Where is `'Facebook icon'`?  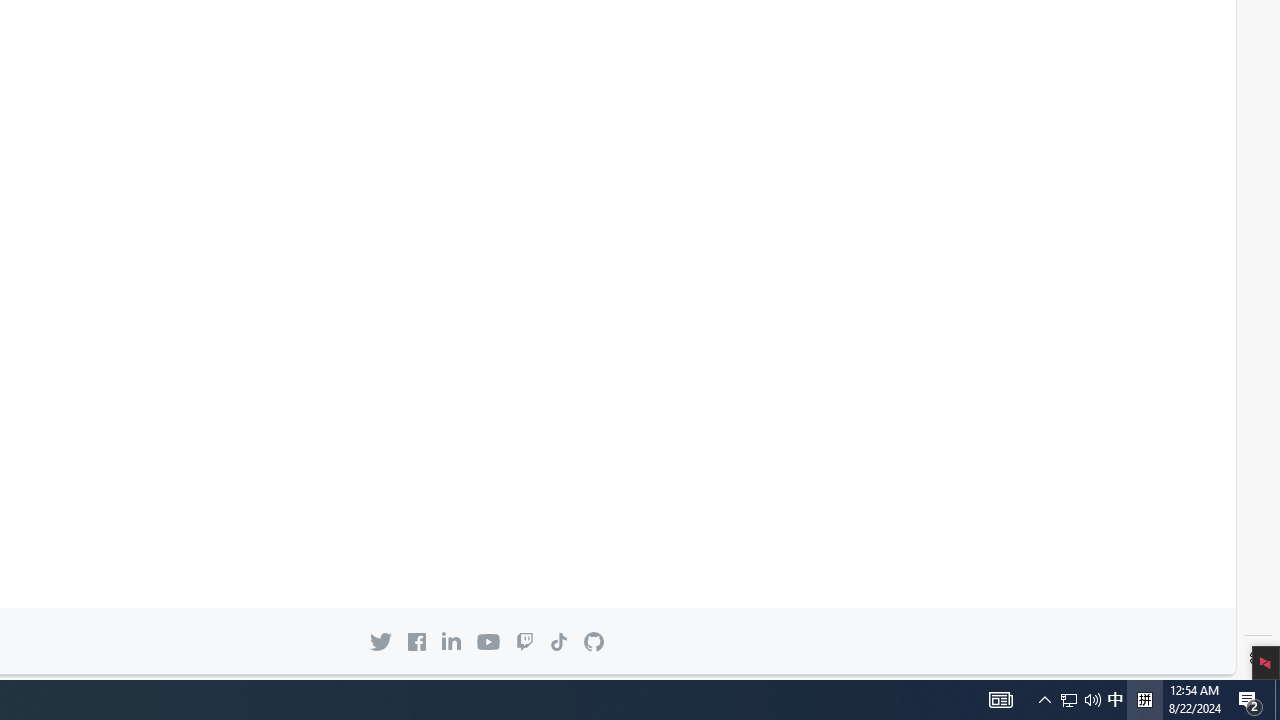
'Facebook icon' is located at coordinates (416, 641).